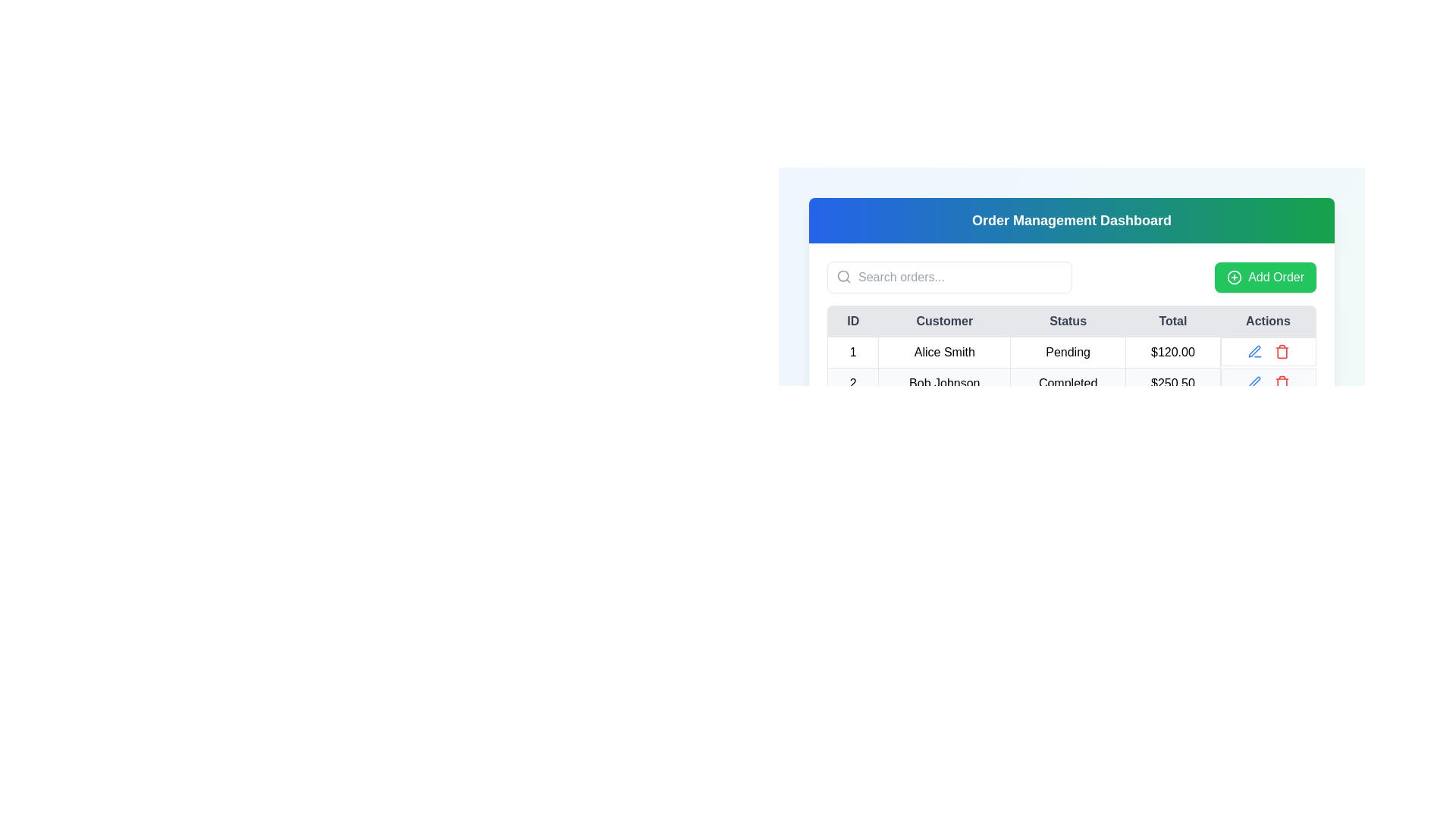  I want to click on the rows of the Interactive data table located below the 'Order Management Dashboard' section, so click(1071, 353).